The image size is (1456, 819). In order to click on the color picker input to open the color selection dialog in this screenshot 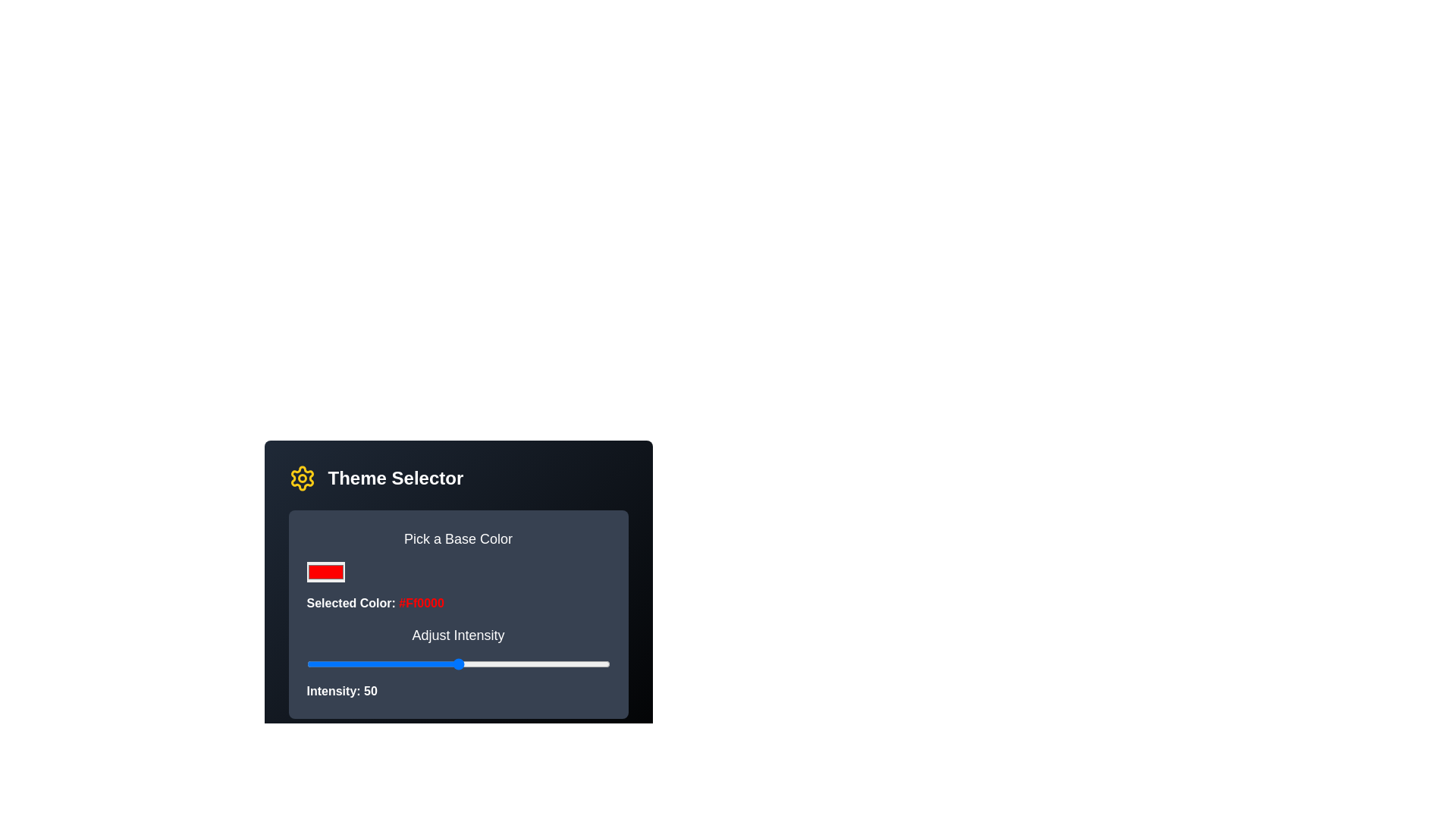, I will do `click(325, 572)`.